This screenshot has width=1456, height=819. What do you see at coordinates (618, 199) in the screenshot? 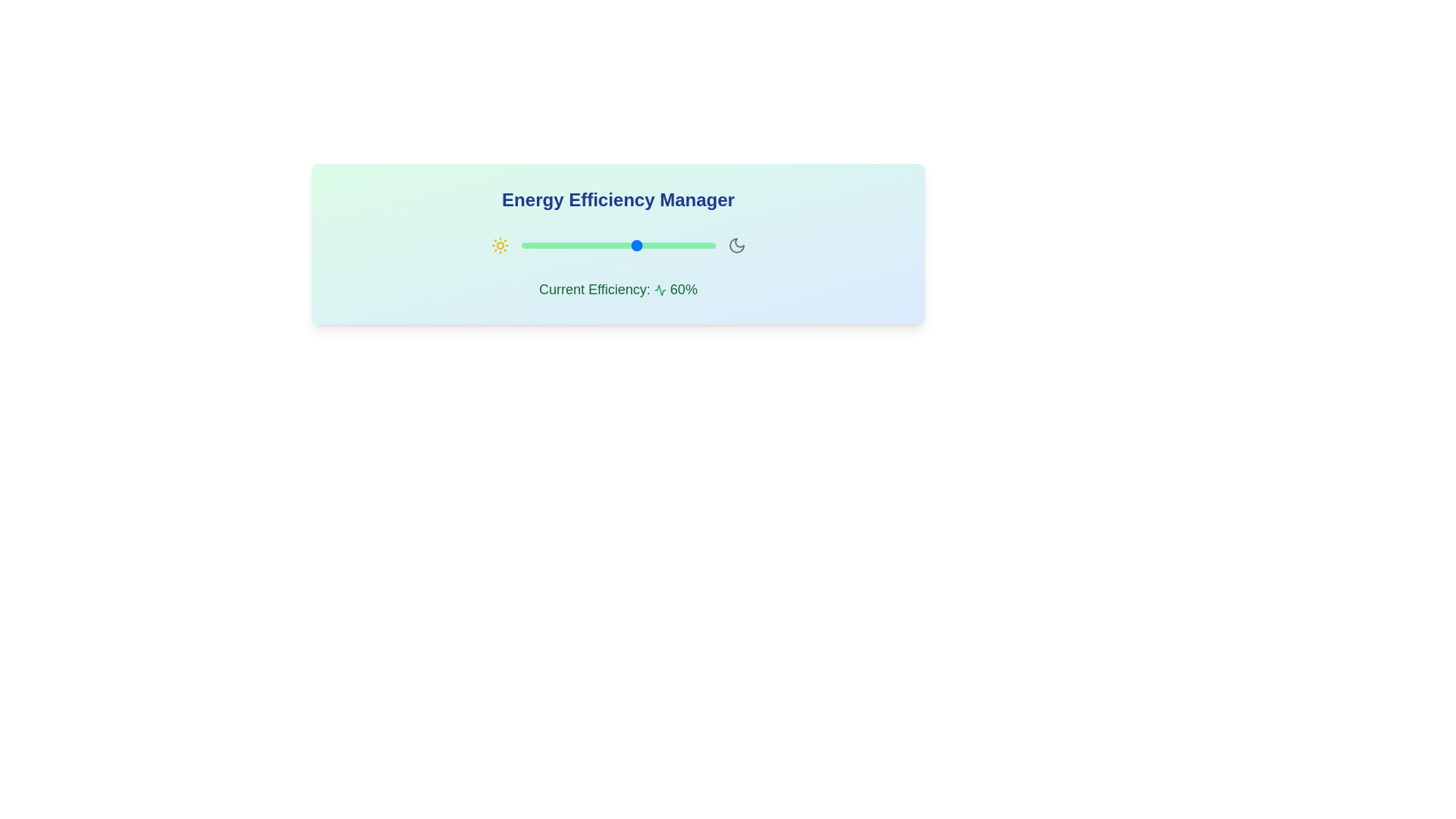
I see `the title text 'Energy Efficiency Manager' to select it` at bounding box center [618, 199].